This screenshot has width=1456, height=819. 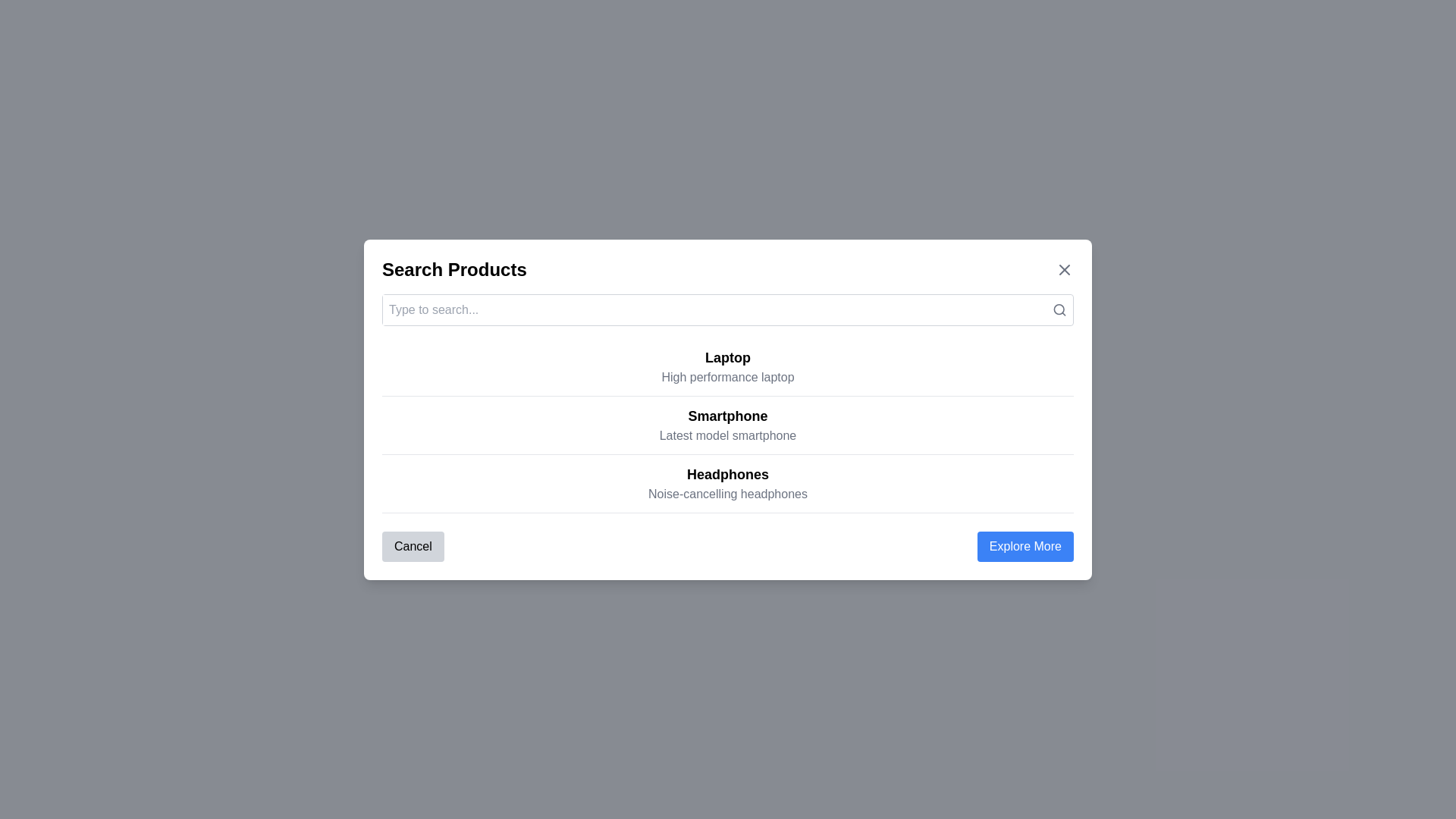 What do you see at coordinates (728, 409) in the screenshot?
I see `text content of the centered modal dialog card labeled 'Smartphone', which is the middle option in a list of items` at bounding box center [728, 409].